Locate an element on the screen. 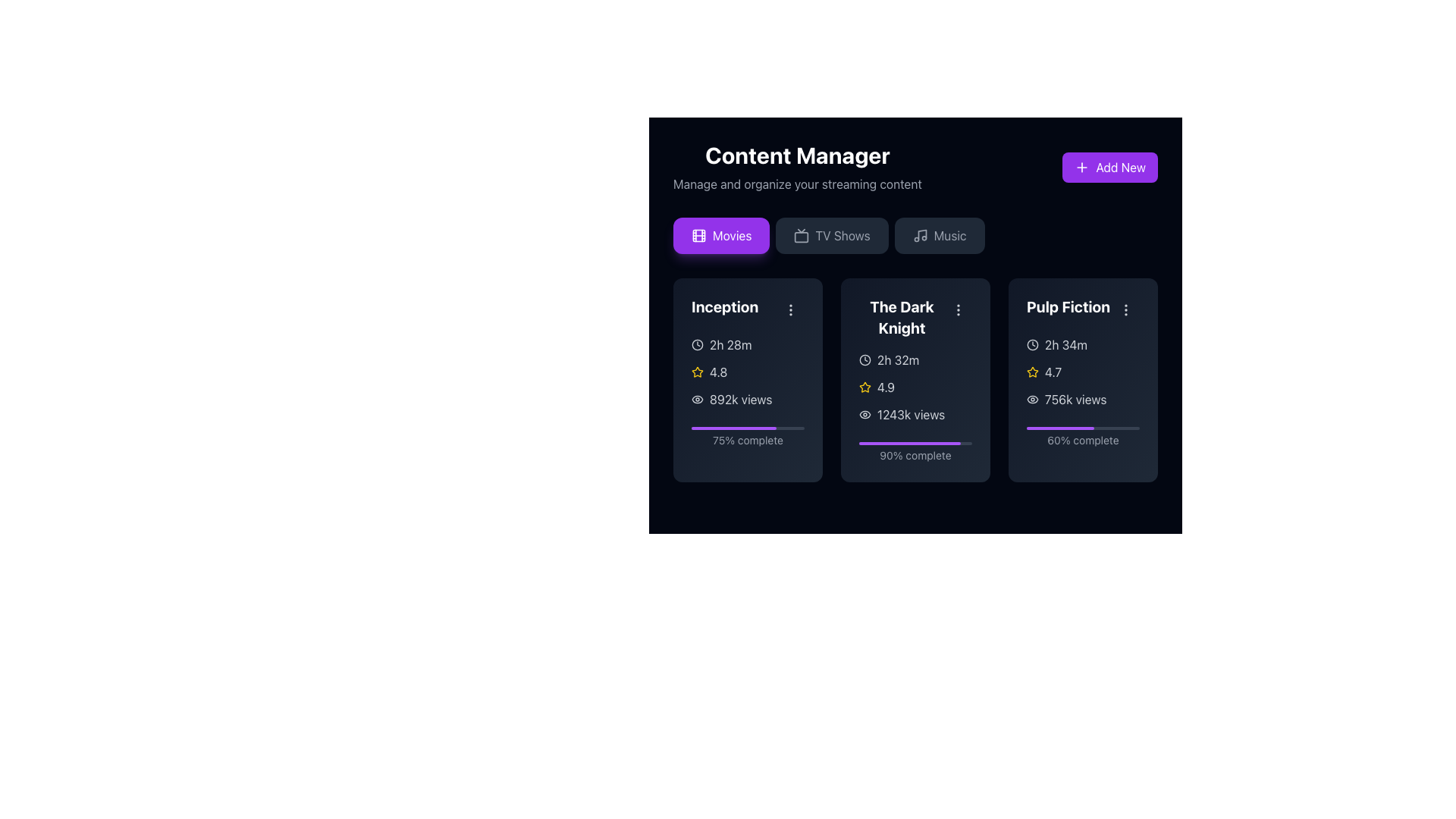 The image size is (1456, 819). the eye icon indicating views or visibility located in the third card ('Pulp Fiction') of the Content Manager interface, adjacent to the text '756k views' is located at coordinates (1032, 399).